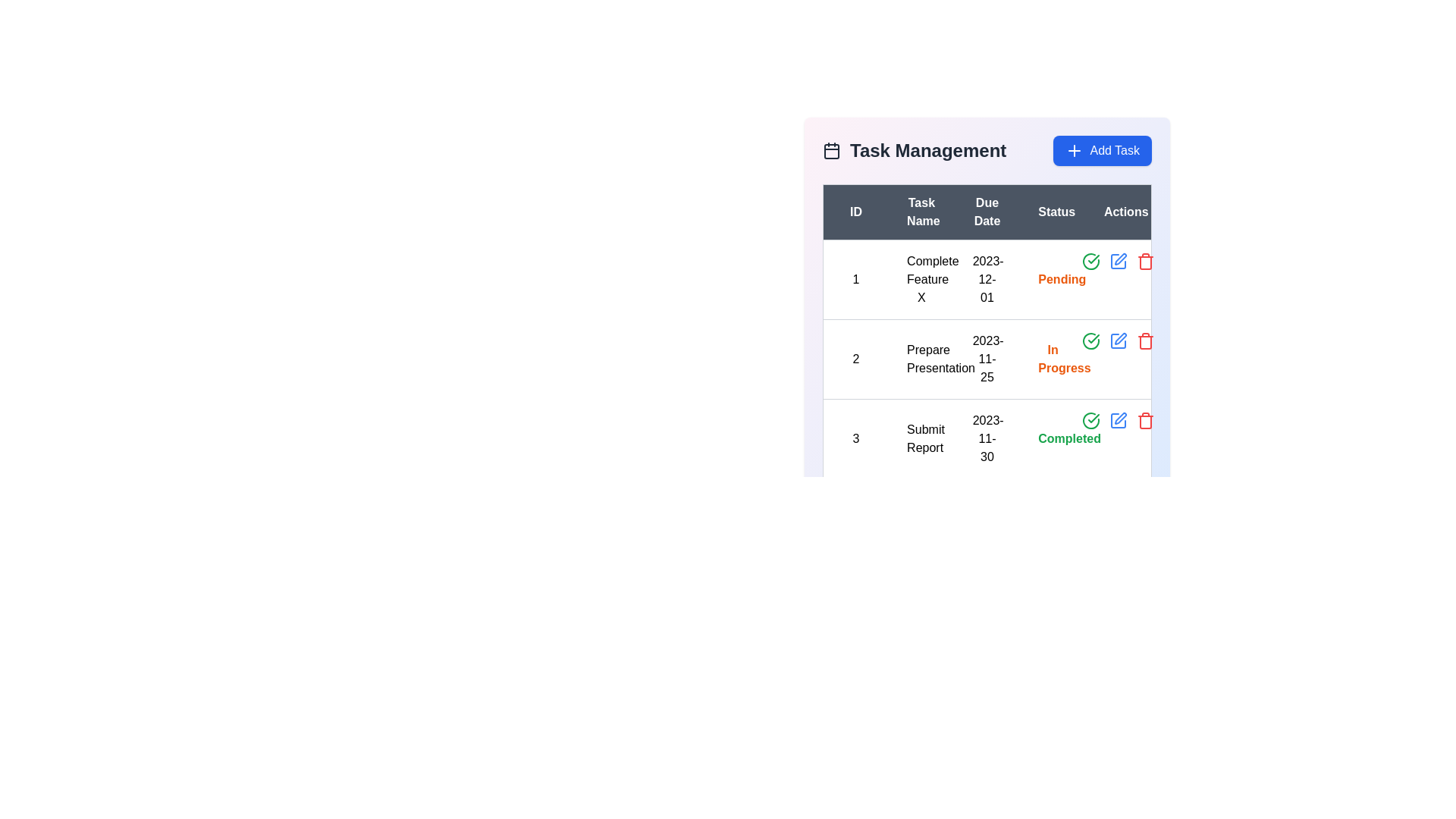 This screenshot has height=819, width=1456. What do you see at coordinates (1068, 438) in the screenshot?
I see `the static text 'Completed' in the 'Status' column of the third row of the table, which indicates the completion of the task 'Submit Report'` at bounding box center [1068, 438].